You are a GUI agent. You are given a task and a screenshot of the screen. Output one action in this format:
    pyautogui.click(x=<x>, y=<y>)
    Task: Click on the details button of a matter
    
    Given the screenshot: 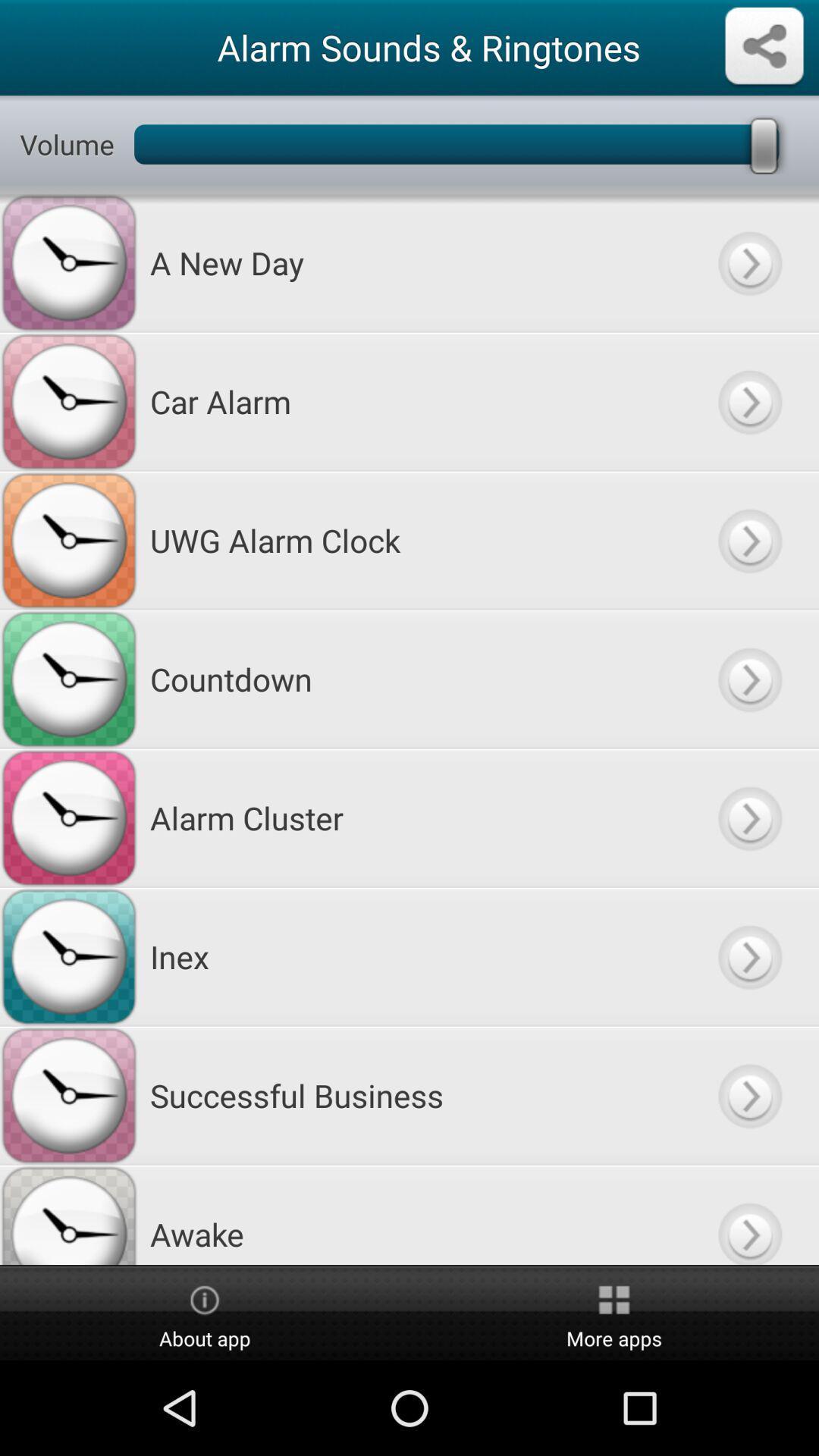 What is the action you would take?
    pyautogui.click(x=748, y=262)
    